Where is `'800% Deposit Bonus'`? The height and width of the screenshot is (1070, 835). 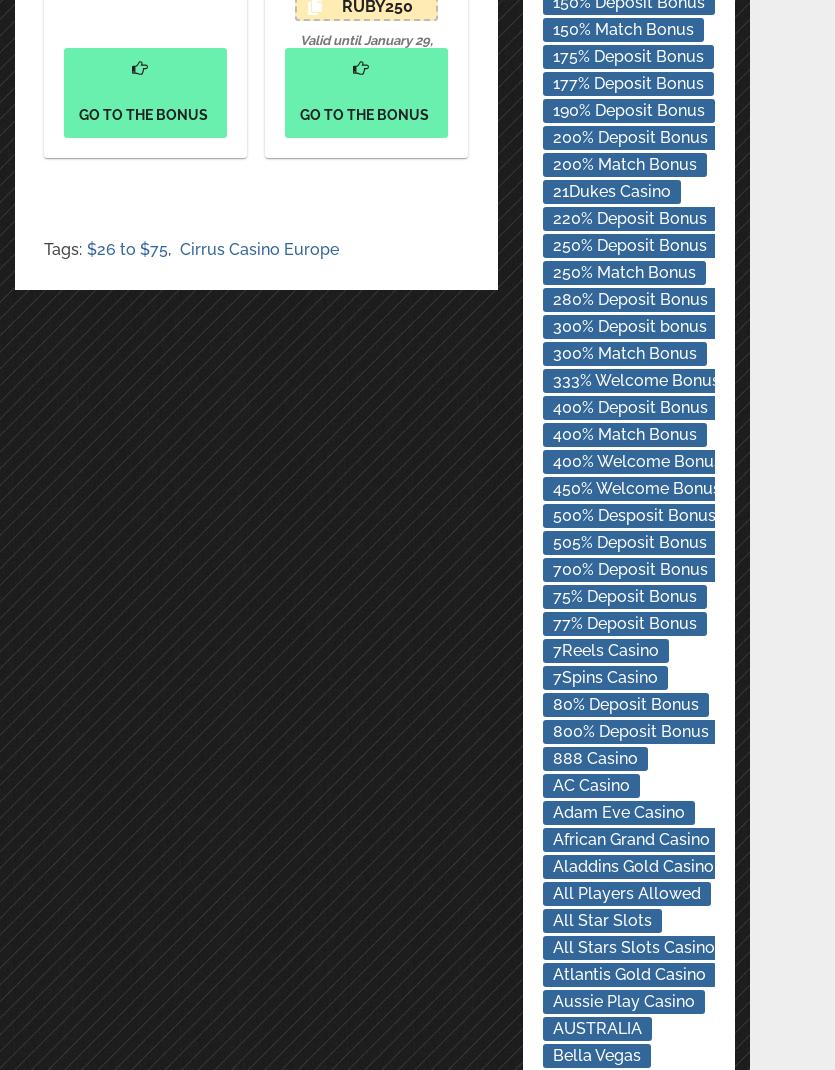 '800% Deposit Bonus' is located at coordinates (629, 730).